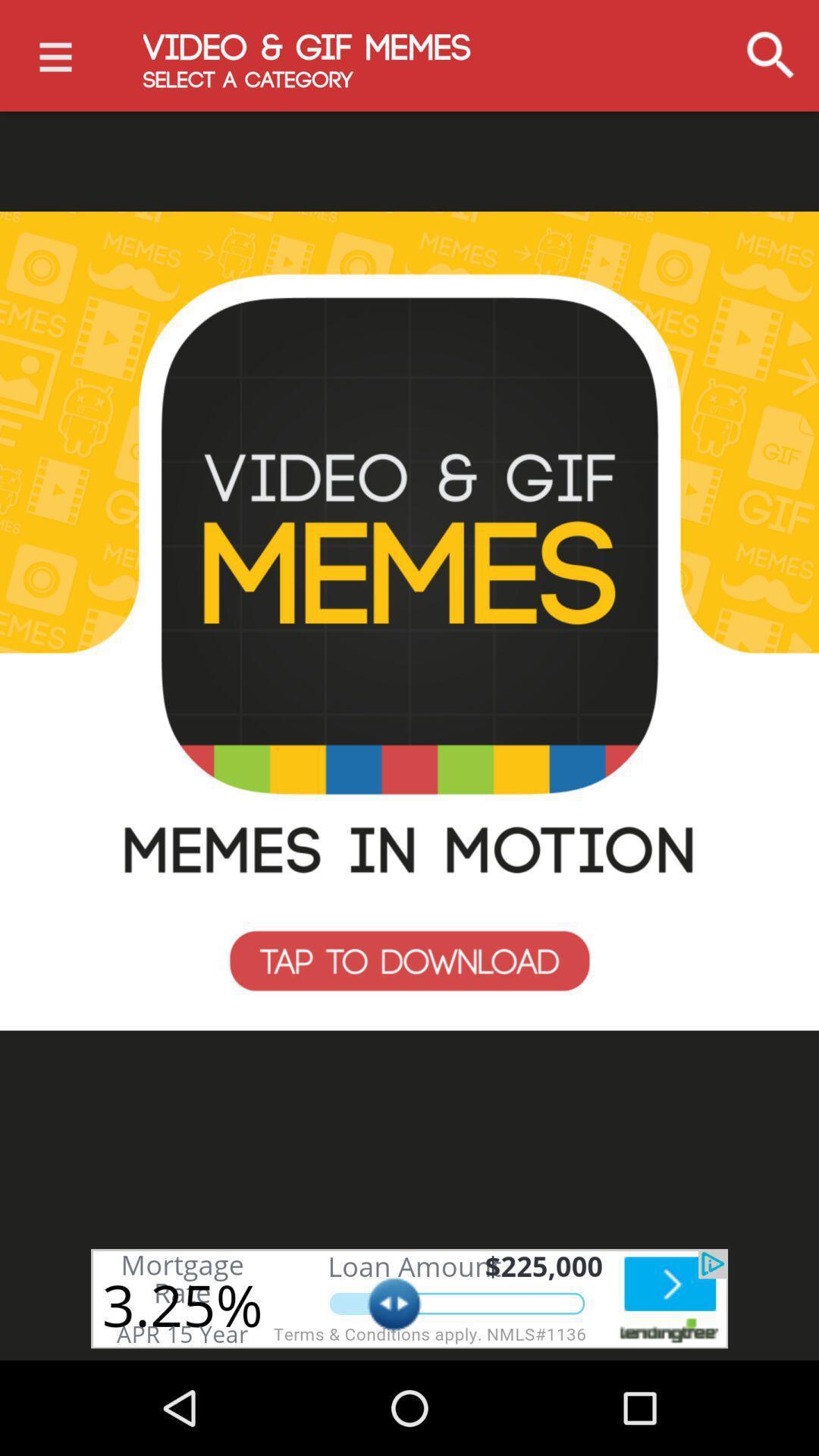  I want to click on tap to download, so click(409, 621).